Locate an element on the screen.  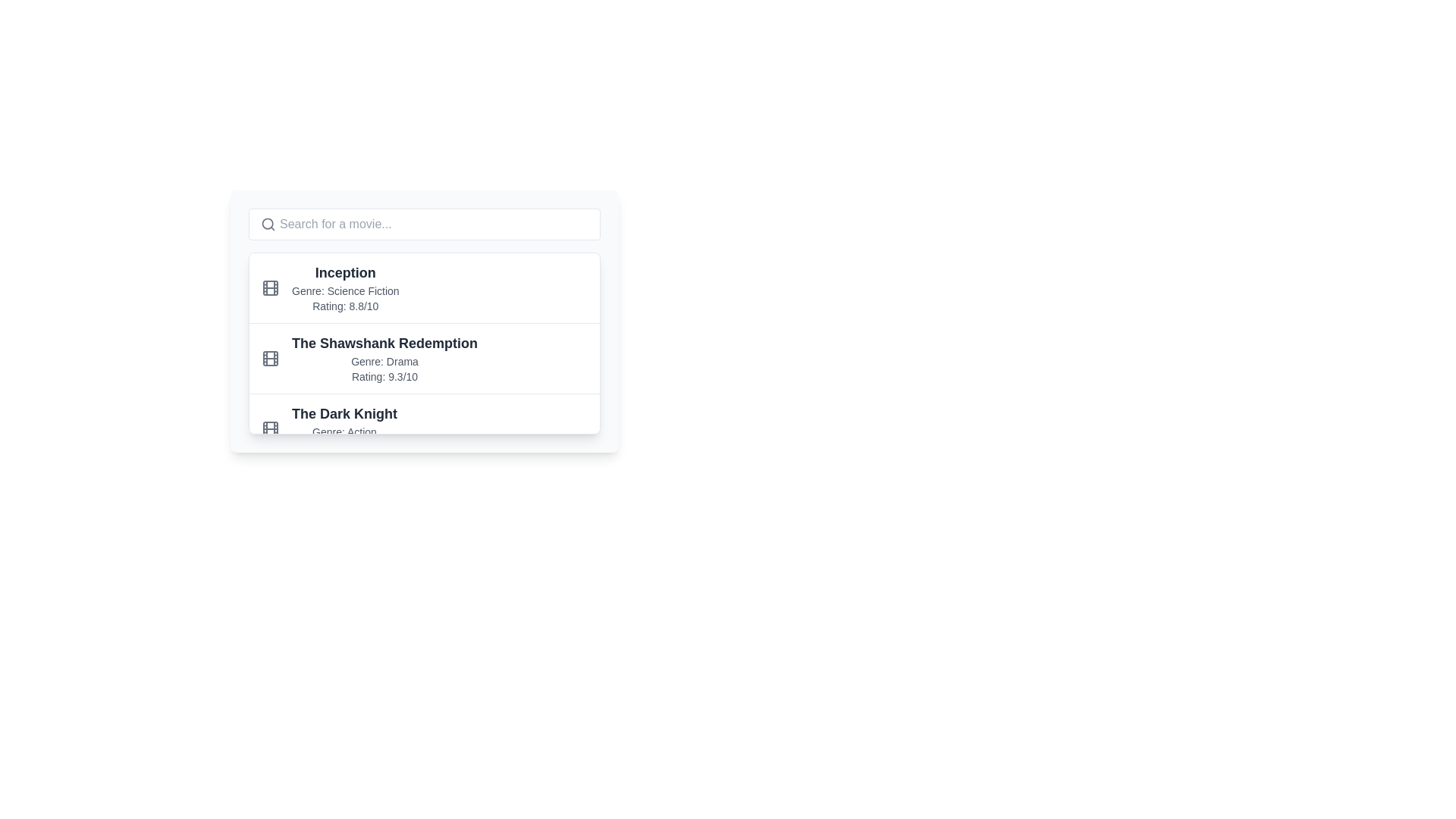
the movie entry card that displays its title, genre, and rating, which is the second entry in the list of movie cards is located at coordinates (425, 321).